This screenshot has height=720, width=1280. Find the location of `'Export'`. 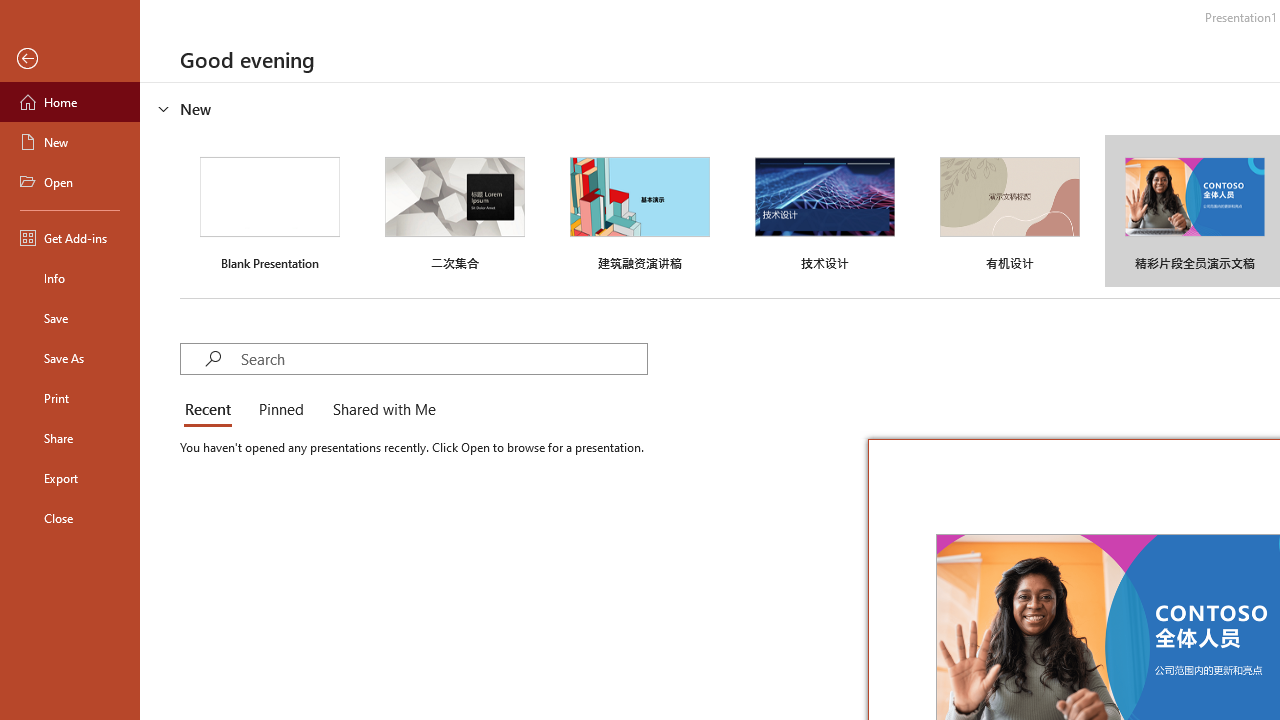

'Export' is located at coordinates (69, 478).